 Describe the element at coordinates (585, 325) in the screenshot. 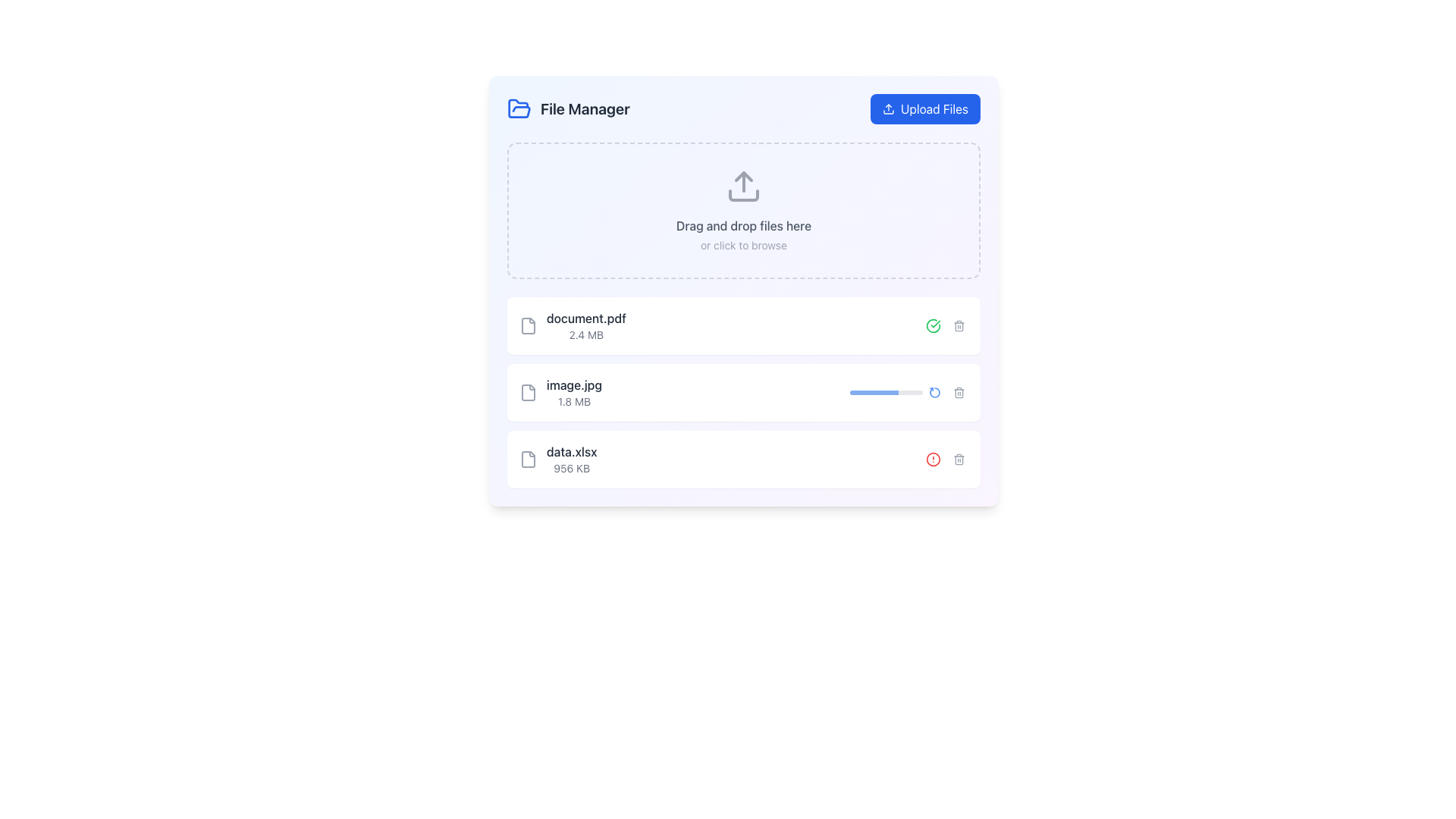

I see `the text label displaying 'document.pdf' in bold dark gray, located` at that location.